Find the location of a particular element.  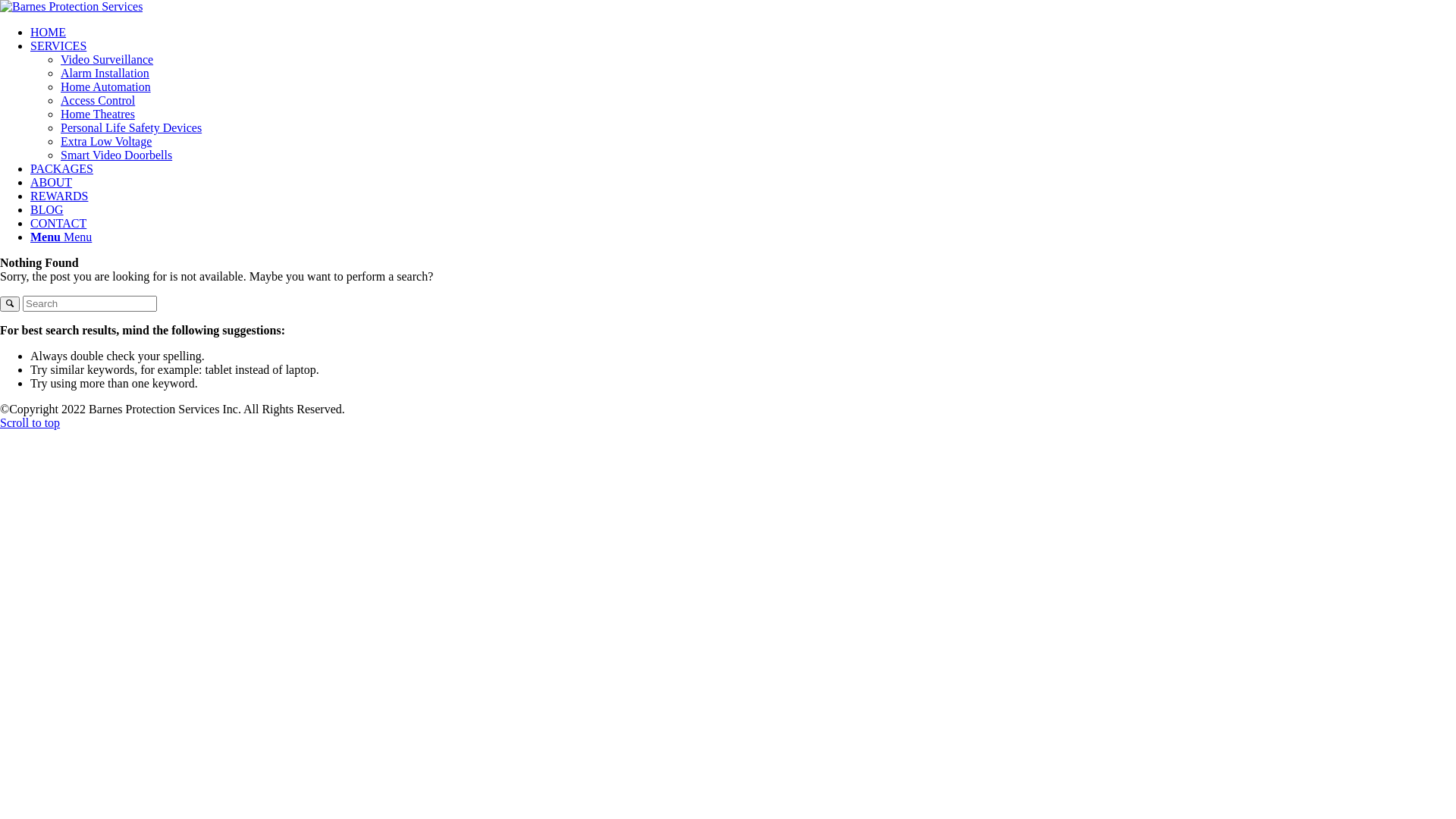

'CONTACT' is located at coordinates (58, 223).